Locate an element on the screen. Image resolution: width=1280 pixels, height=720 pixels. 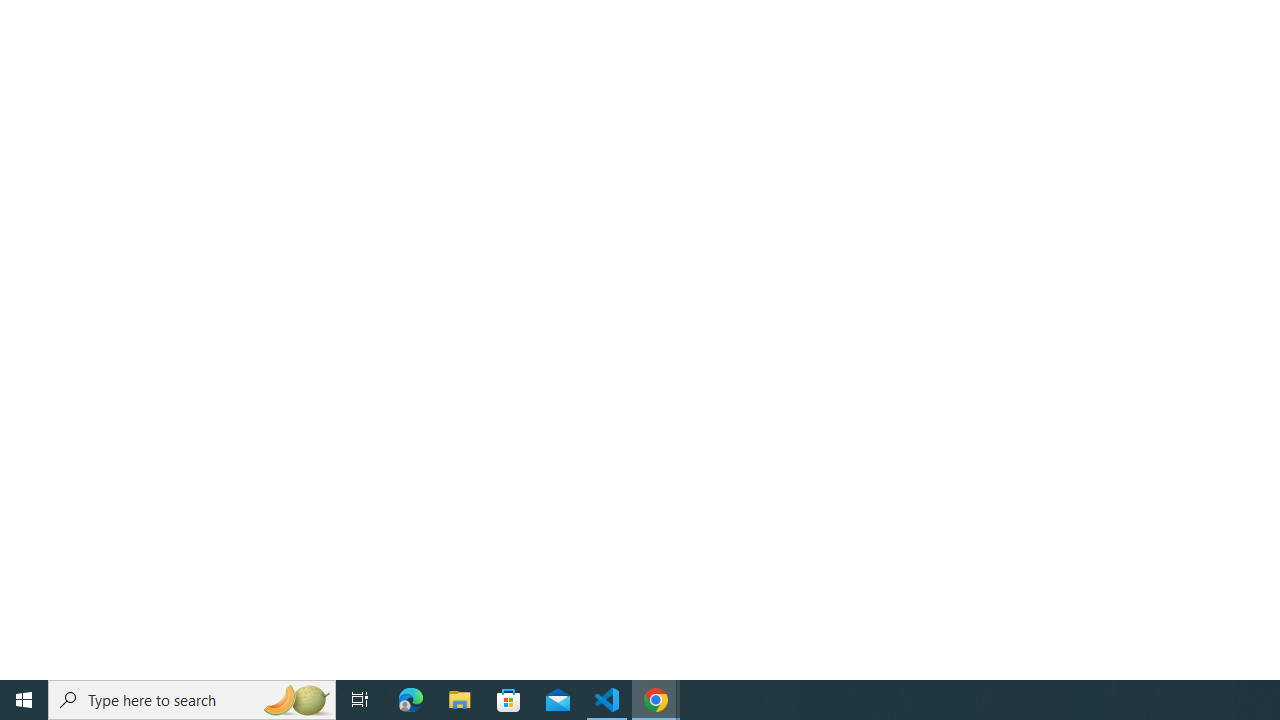
'Visual Studio Code - 1 running window' is located at coordinates (606, 698).